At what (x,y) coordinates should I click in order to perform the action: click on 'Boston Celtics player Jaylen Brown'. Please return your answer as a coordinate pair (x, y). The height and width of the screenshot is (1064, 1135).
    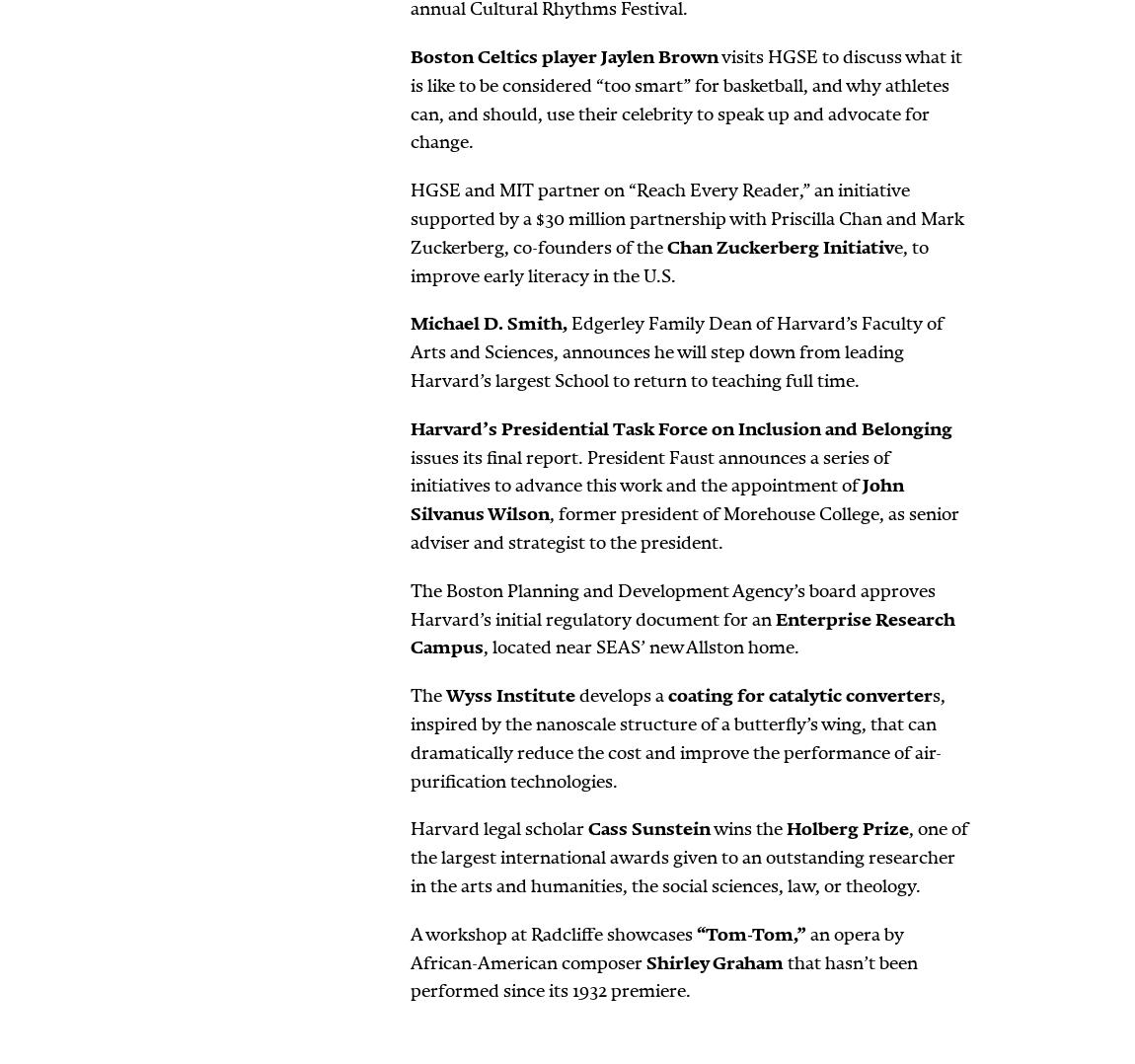
    Looking at the image, I should click on (565, 56).